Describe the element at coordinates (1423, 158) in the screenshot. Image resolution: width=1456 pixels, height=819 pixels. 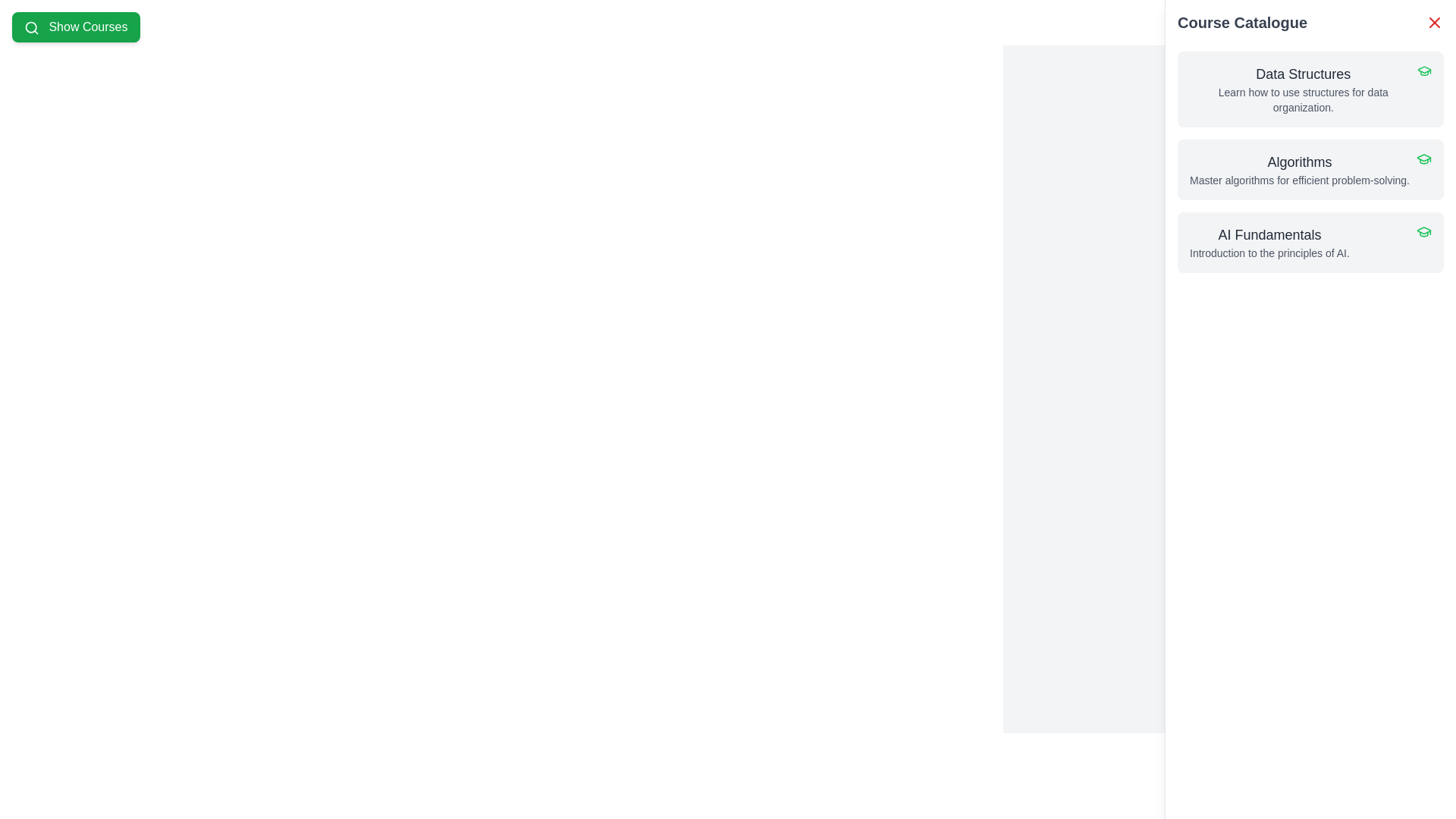
I see `the green graduation cap SVG icon located in the top-right corner of the 'Algorithms' section next to the 'Algorithms' course description` at that location.